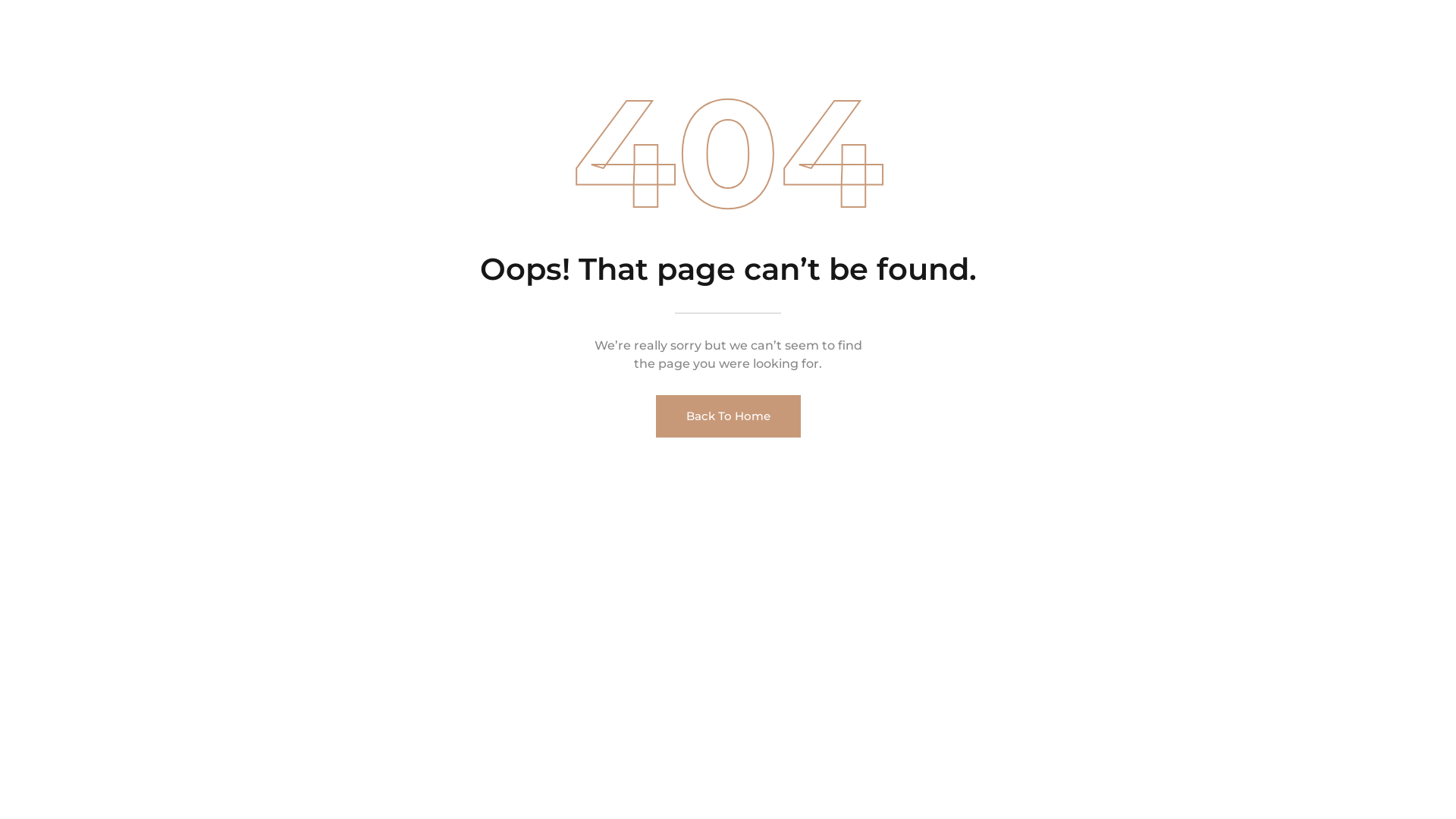 The image size is (1456, 819). Describe the element at coordinates (655, 416) in the screenshot. I see `'Back To Home'` at that location.